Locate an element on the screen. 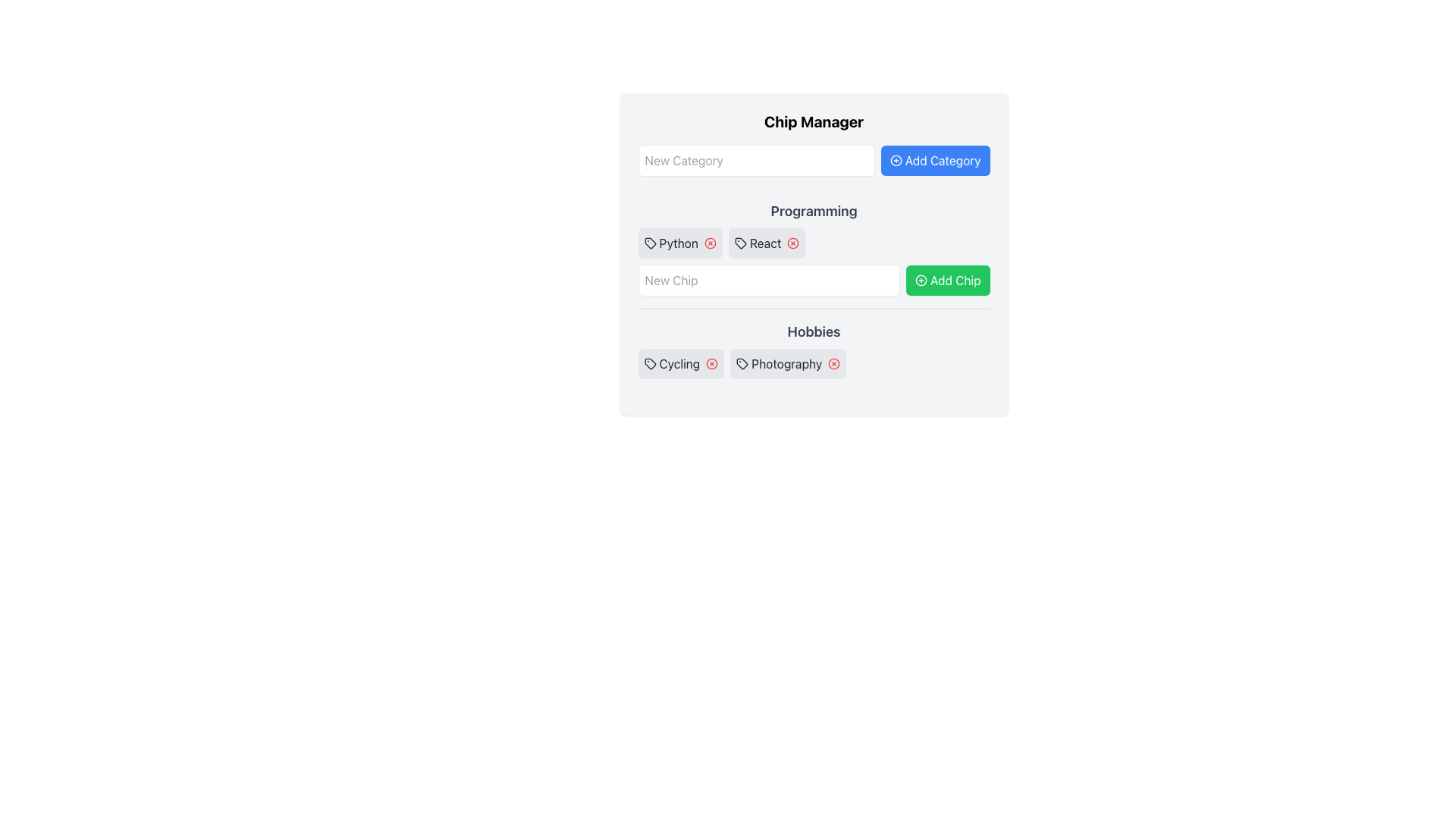  the small circular close/delete icon with a red border located to the right of the text 'Python' in the 'Programming' section is located at coordinates (709, 242).